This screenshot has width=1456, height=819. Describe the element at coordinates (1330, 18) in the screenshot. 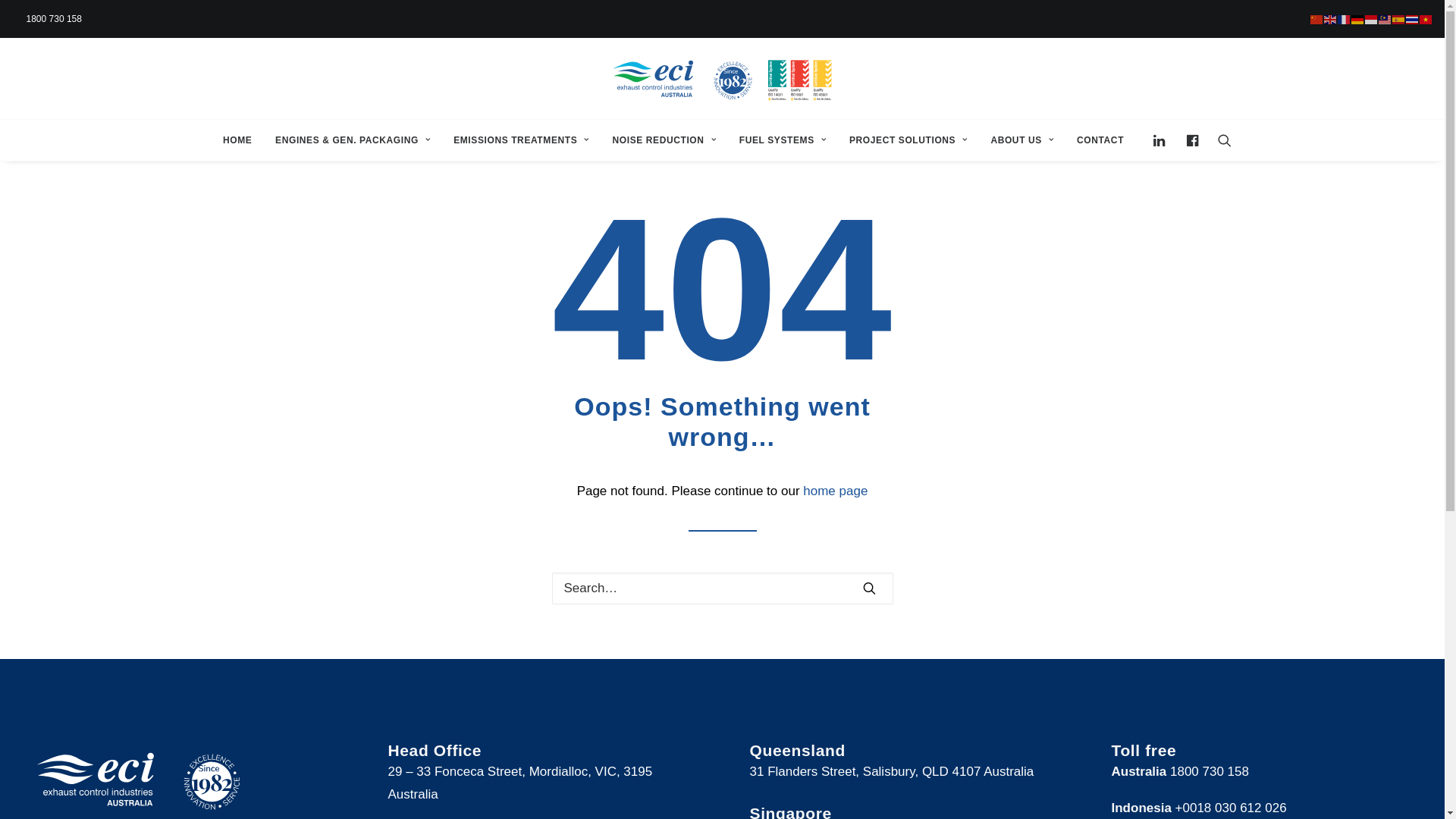

I see `'English'` at that location.